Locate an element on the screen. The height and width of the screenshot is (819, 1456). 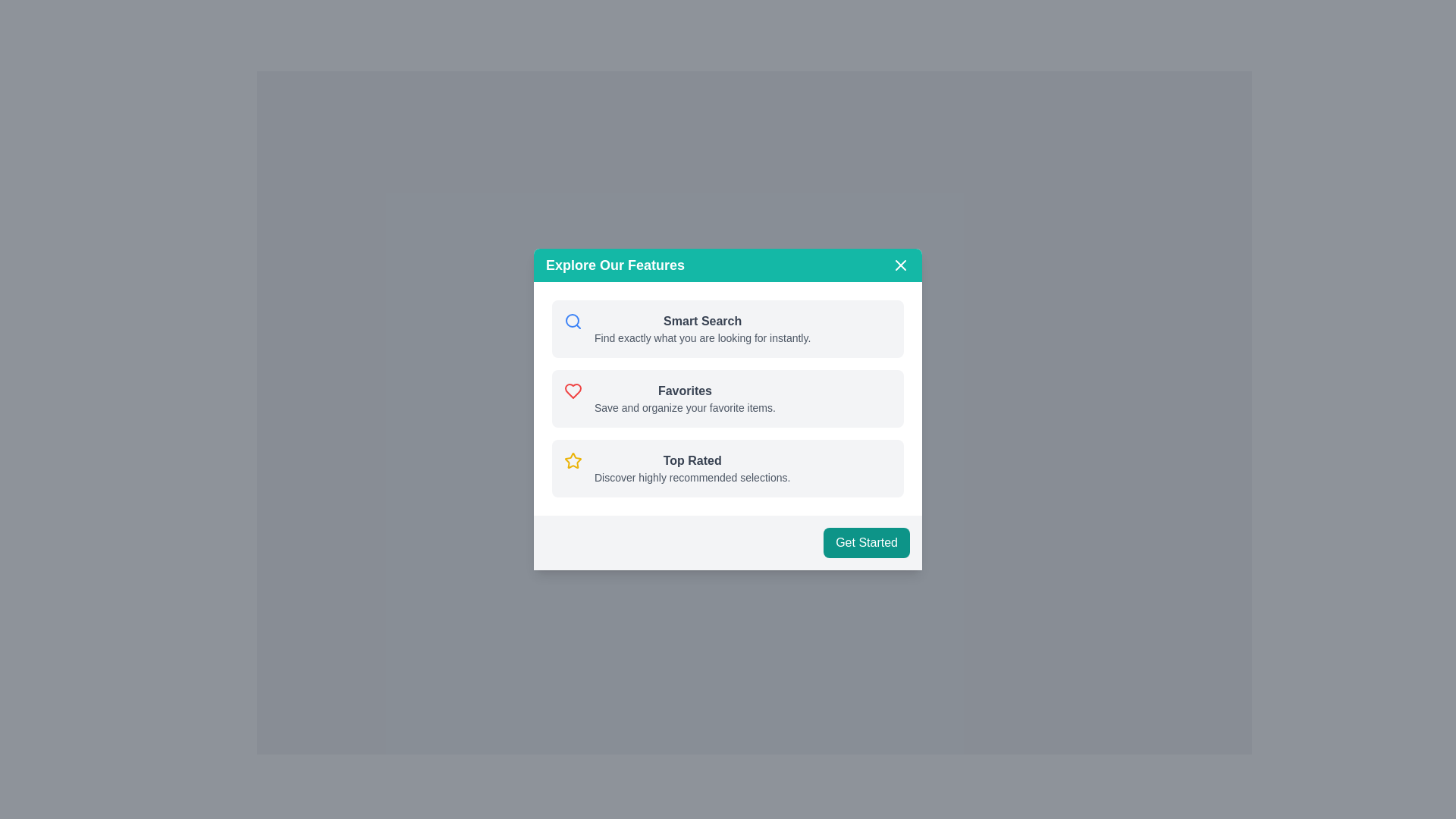
the text label that contains the phrase 'Save and organize your favorite items.' which is styled in a smaller font size and gray color, located below the 'Favorites' heading in the card section of the interface labeled 'Explore Our Features.' is located at coordinates (684, 406).